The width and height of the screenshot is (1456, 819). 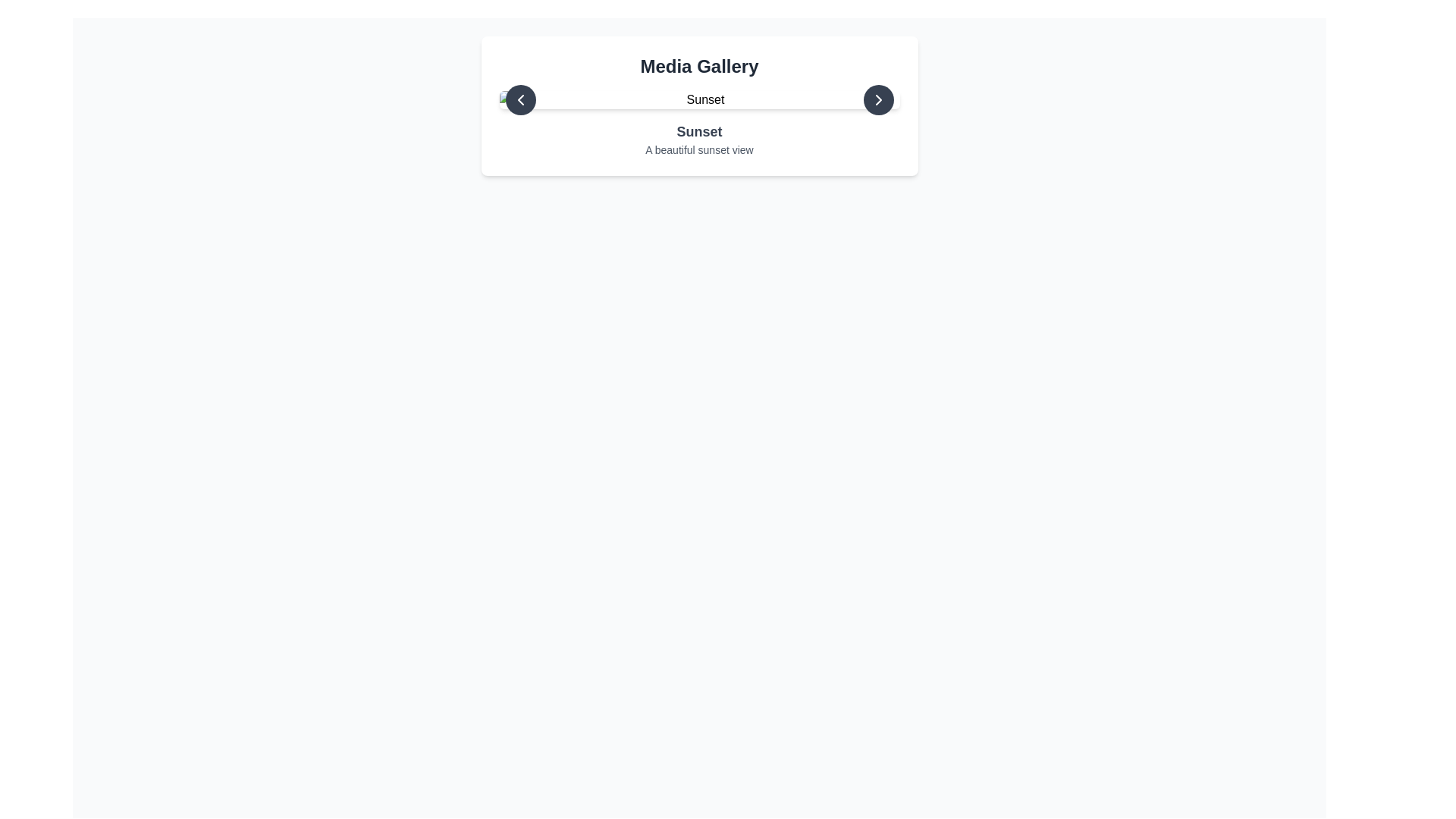 What do you see at coordinates (520, 99) in the screenshot?
I see `the left arrow SVG icon in the upper left region of the 'Media Gallery' card layout, which is part of the left-hand control group for navigating backward within the gallery` at bounding box center [520, 99].